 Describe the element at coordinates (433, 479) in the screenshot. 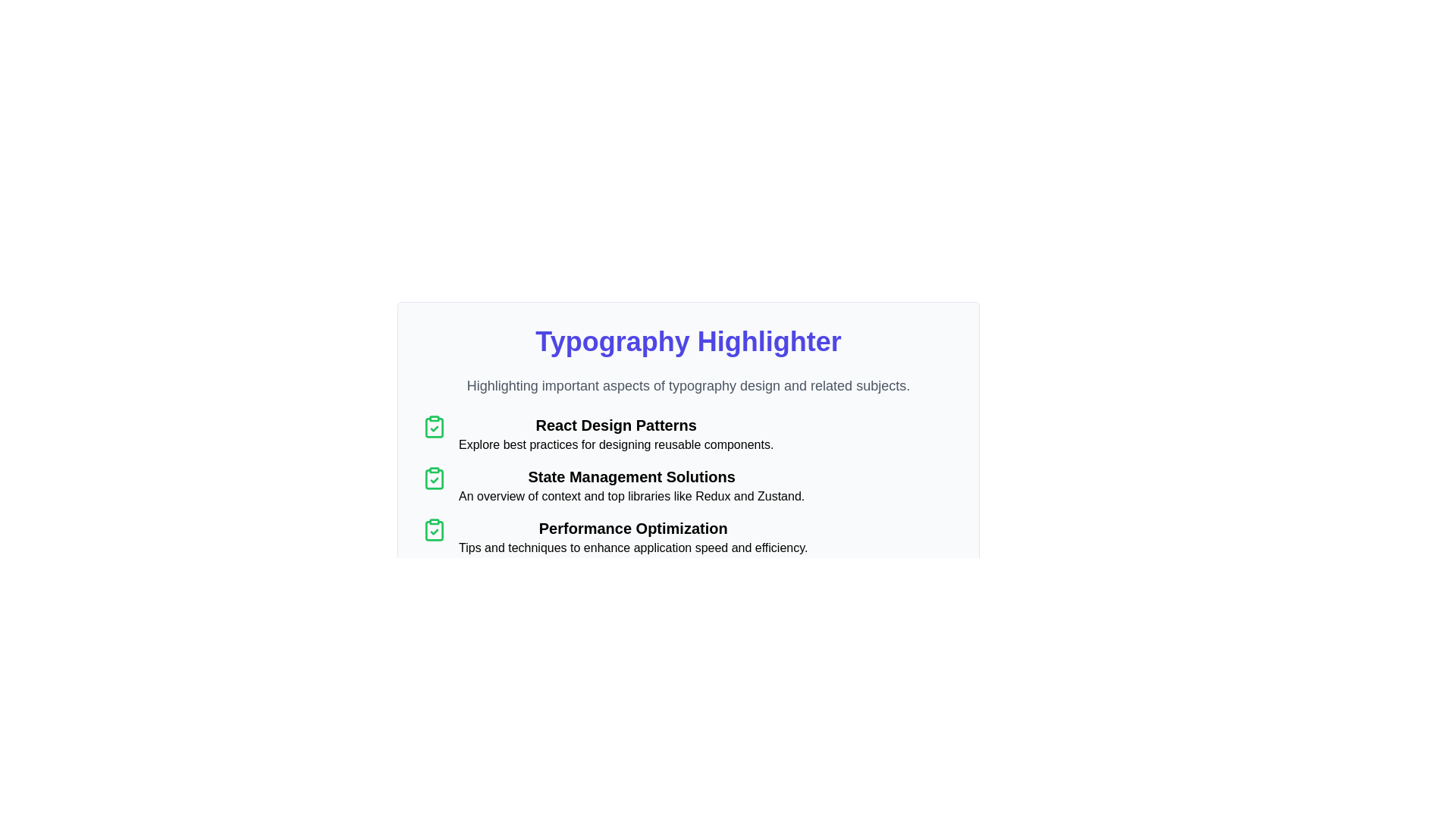

I see `the small green clipboard icon with a checkmark, which signifies a completed state, located to the left of the 'State Management Solutions' section` at that location.